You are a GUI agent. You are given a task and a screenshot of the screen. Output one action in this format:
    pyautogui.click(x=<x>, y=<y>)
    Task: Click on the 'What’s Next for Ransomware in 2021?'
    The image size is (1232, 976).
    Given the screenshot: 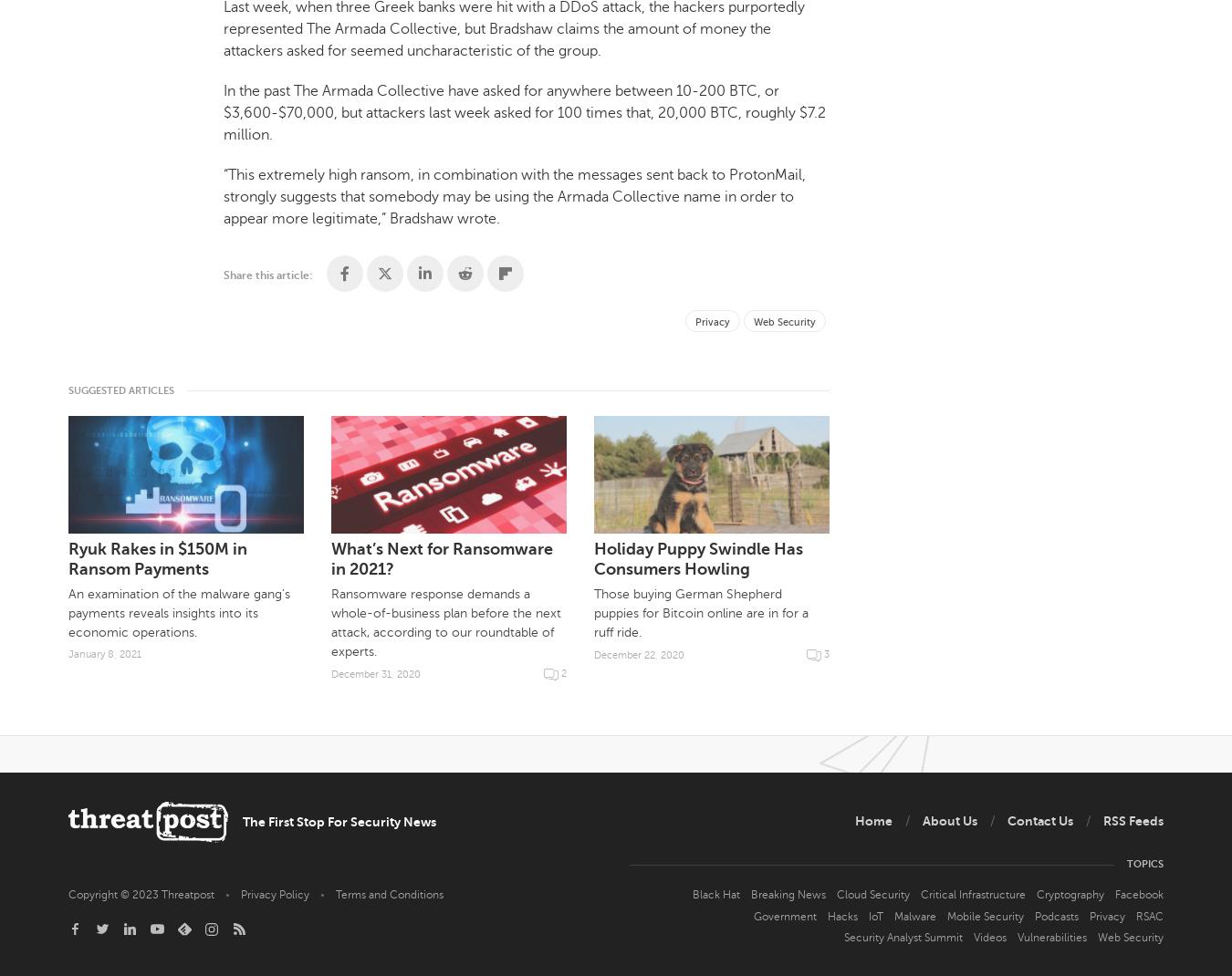 What is the action you would take?
    pyautogui.click(x=441, y=557)
    